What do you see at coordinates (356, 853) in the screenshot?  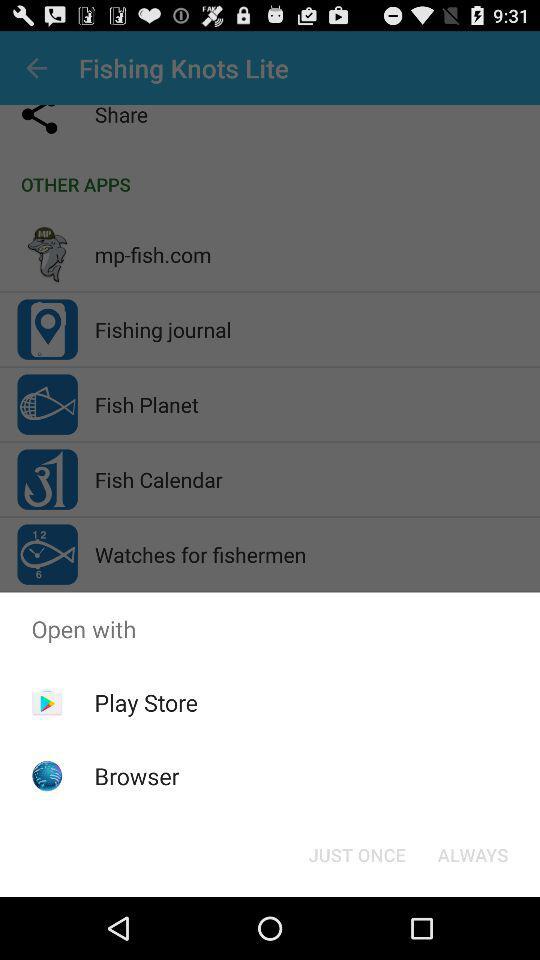 I see `item at the bottom` at bounding box center [356, 853].